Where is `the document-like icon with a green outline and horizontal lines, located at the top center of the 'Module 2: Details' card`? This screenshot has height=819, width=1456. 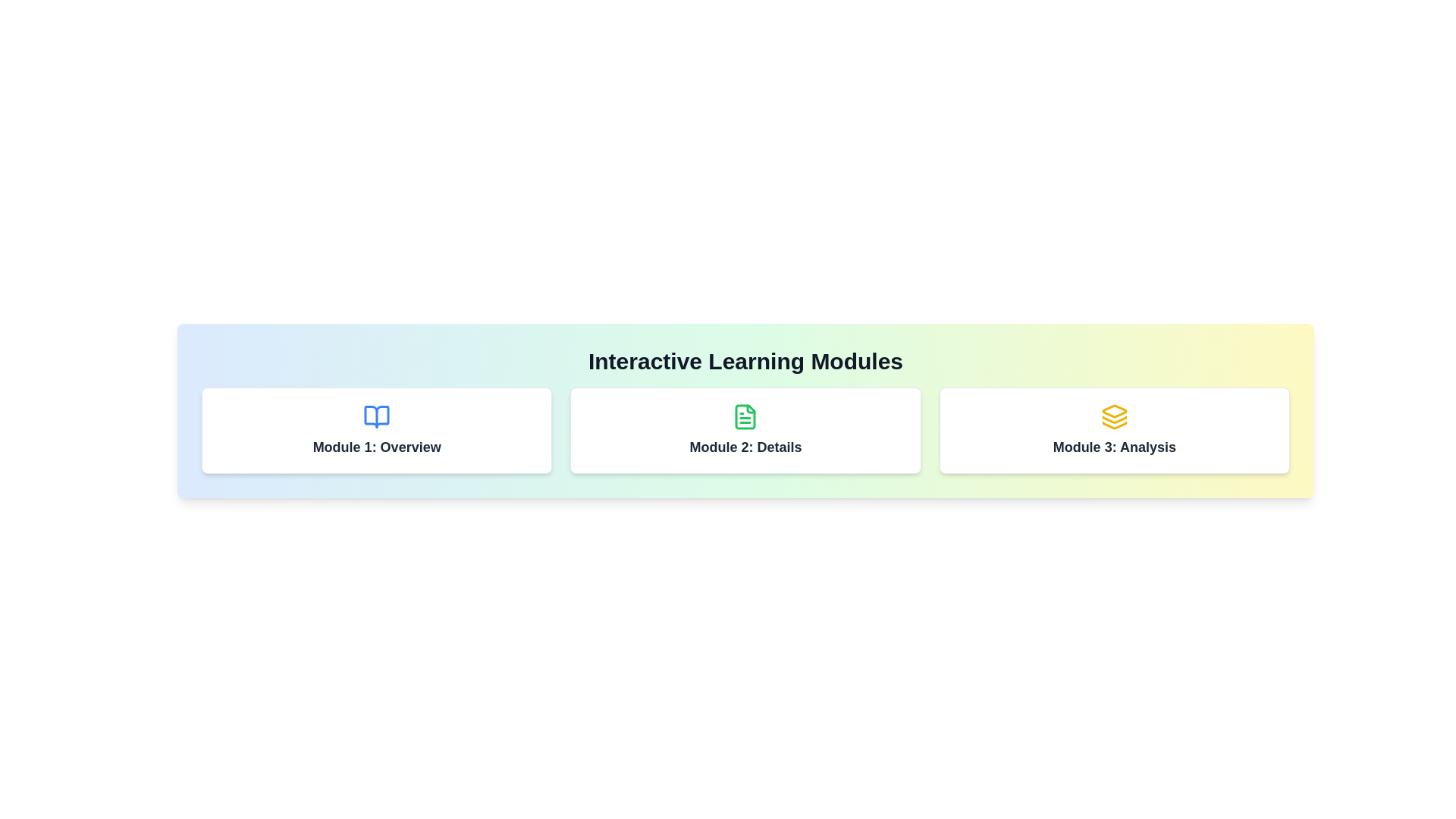
the document-like icon with a green outline and horizontal lines, located at the top center of the 'Module 2: Details' card is located at coordinates (745, 417).